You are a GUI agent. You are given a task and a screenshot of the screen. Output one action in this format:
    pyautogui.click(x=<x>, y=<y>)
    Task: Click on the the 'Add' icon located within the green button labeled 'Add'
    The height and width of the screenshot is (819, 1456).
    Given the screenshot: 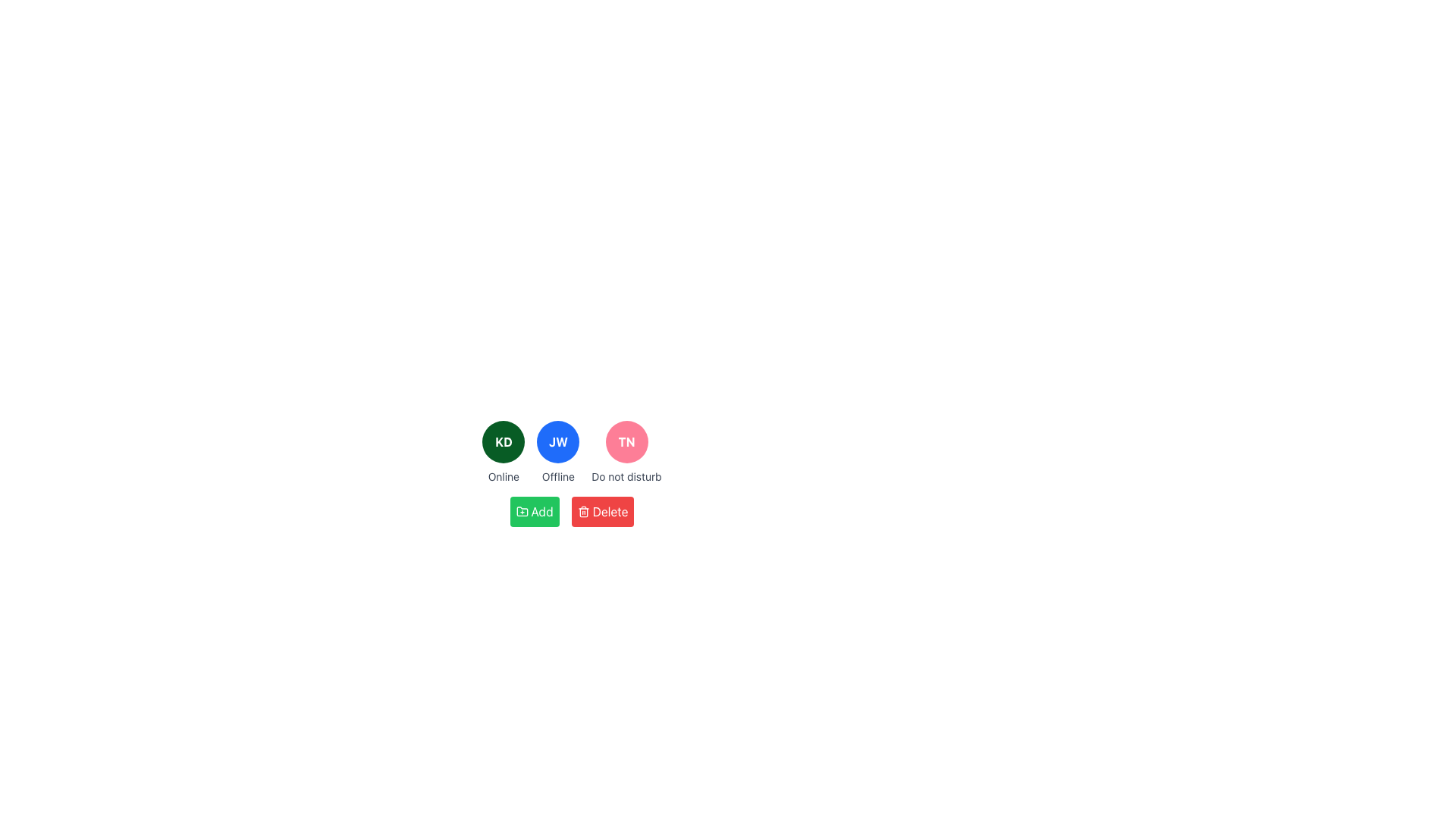 What is the action you would take?
    pyautogui.click(x=522, y=512)
    